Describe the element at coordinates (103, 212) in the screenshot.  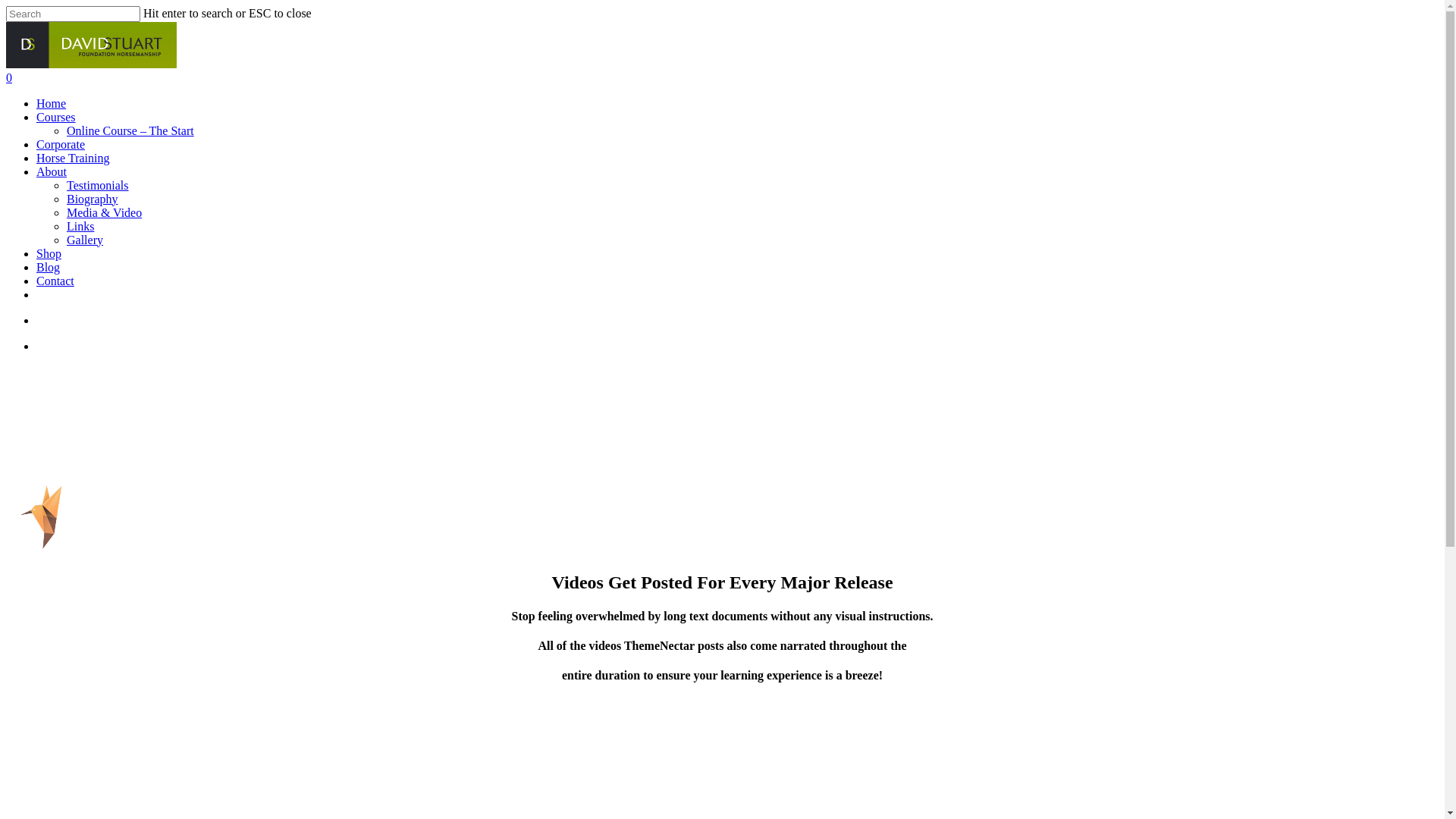
I see `'Media & Video'` at that location.